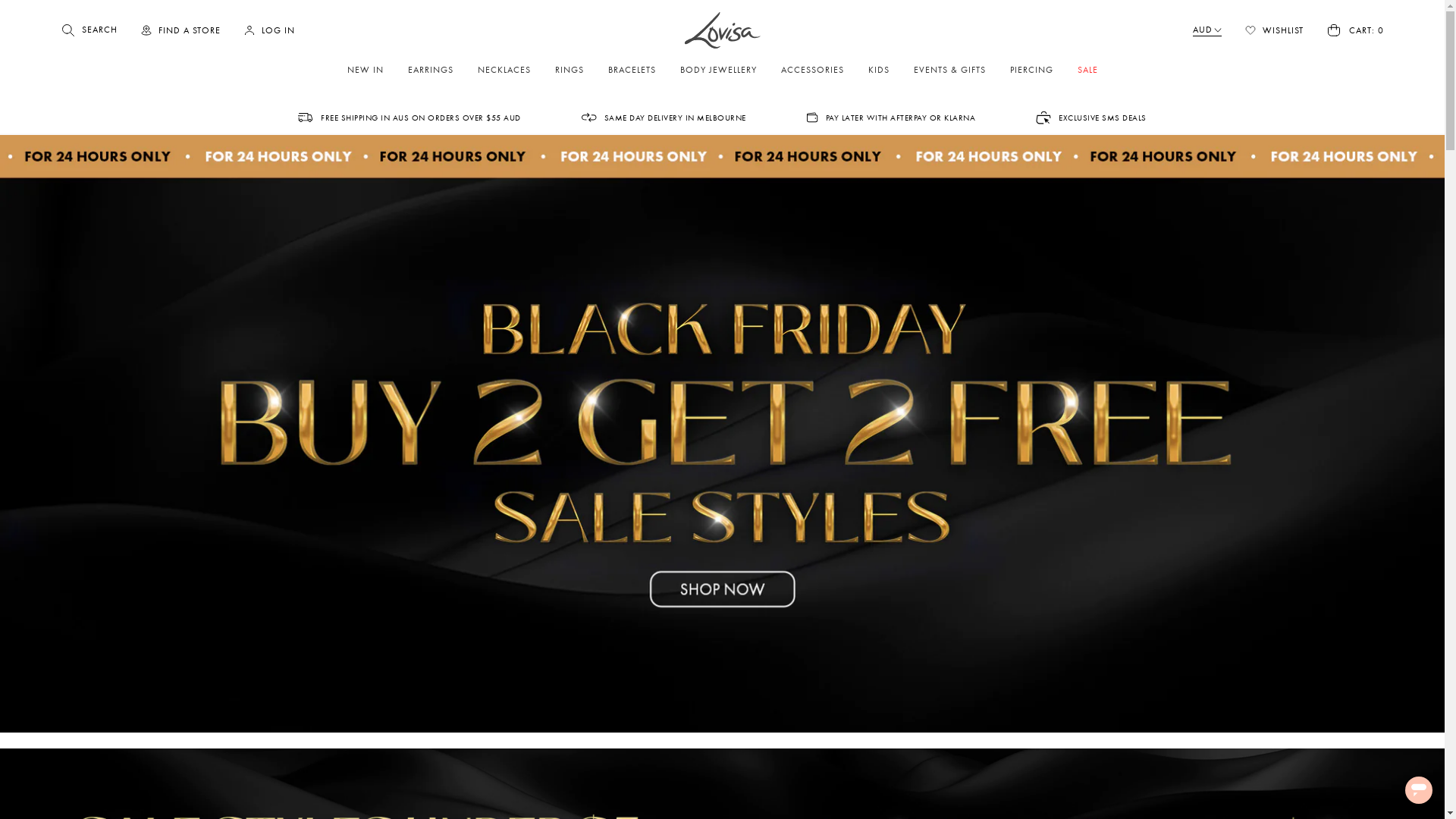 This screenshot has width=1456, height=819. I want to click on 'NECKLACES', so click(504, 70).